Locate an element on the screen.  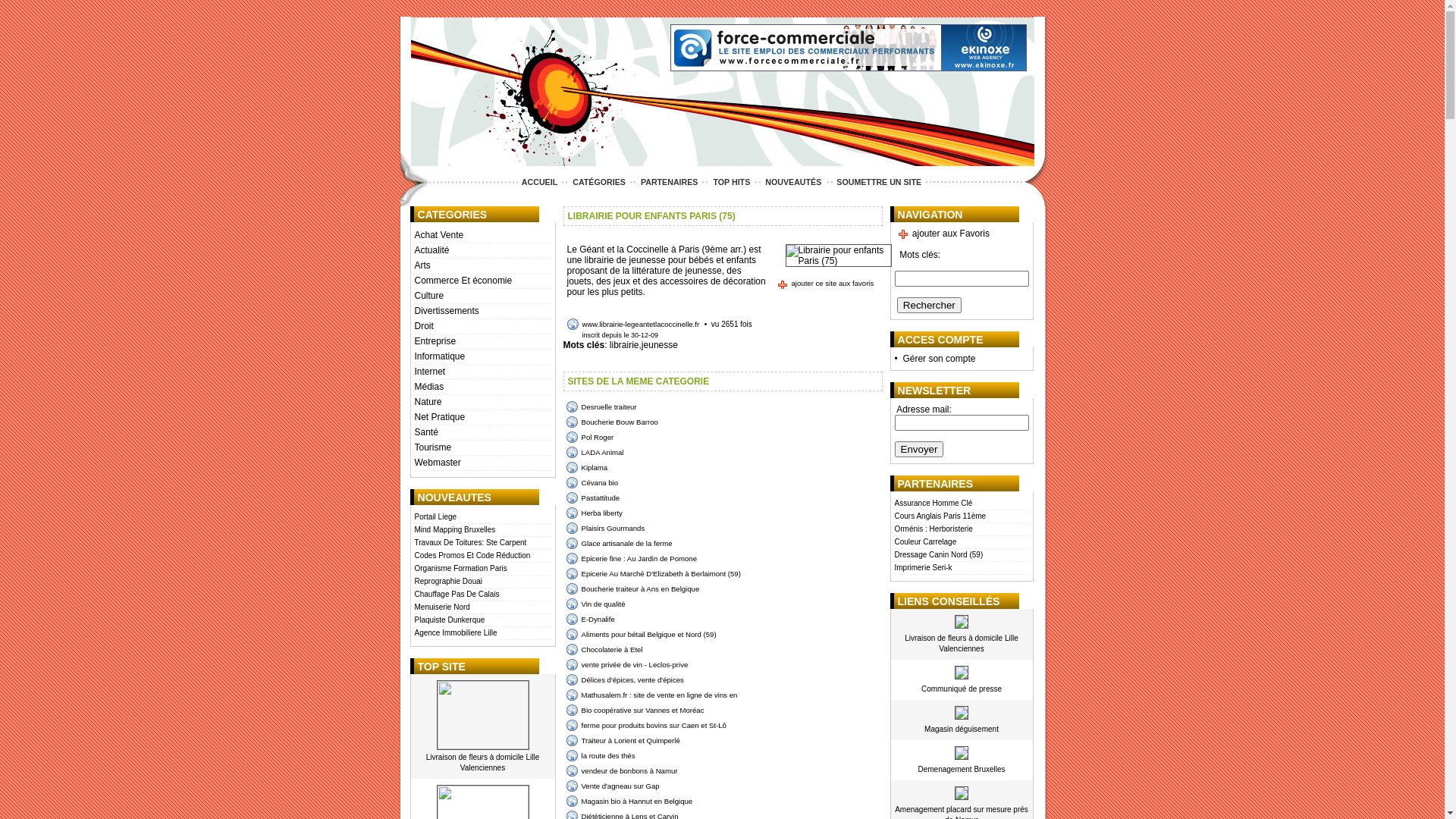
'Plaisirs Gourmands' is located at coordinates (604, 527).